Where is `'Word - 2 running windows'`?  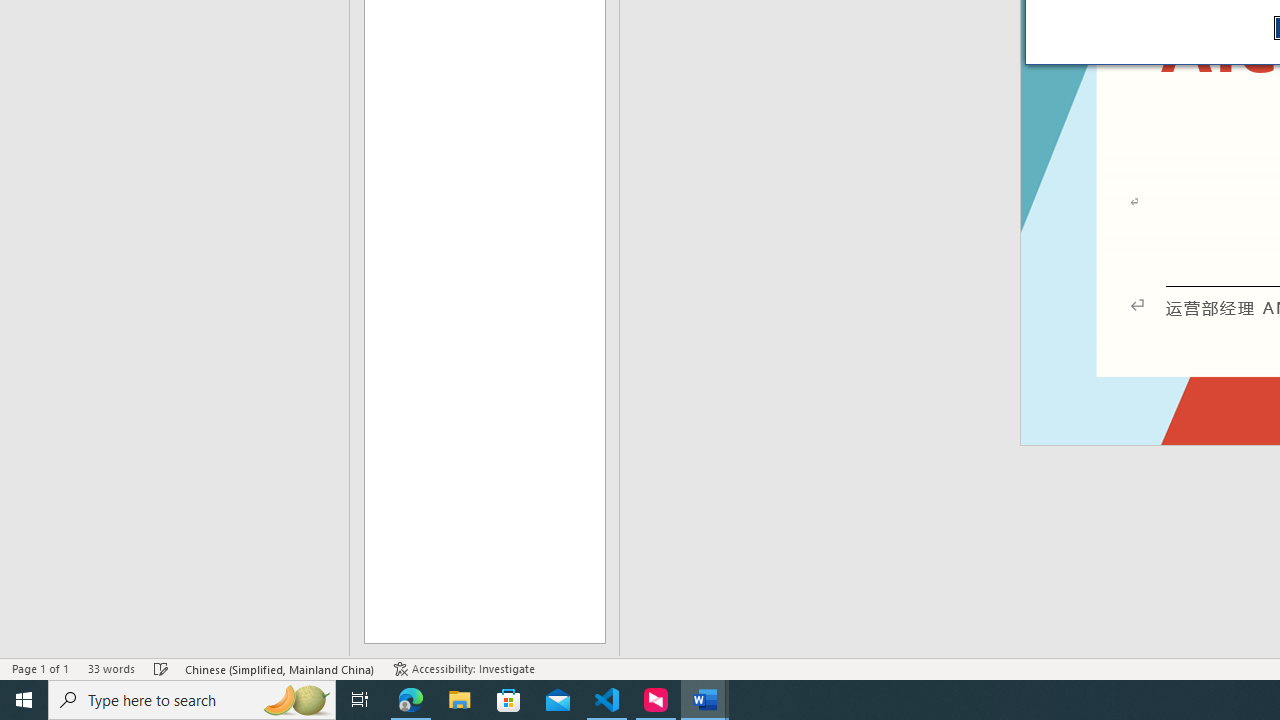 'Word - 2 running windows' is located at coordinates (705, 698).